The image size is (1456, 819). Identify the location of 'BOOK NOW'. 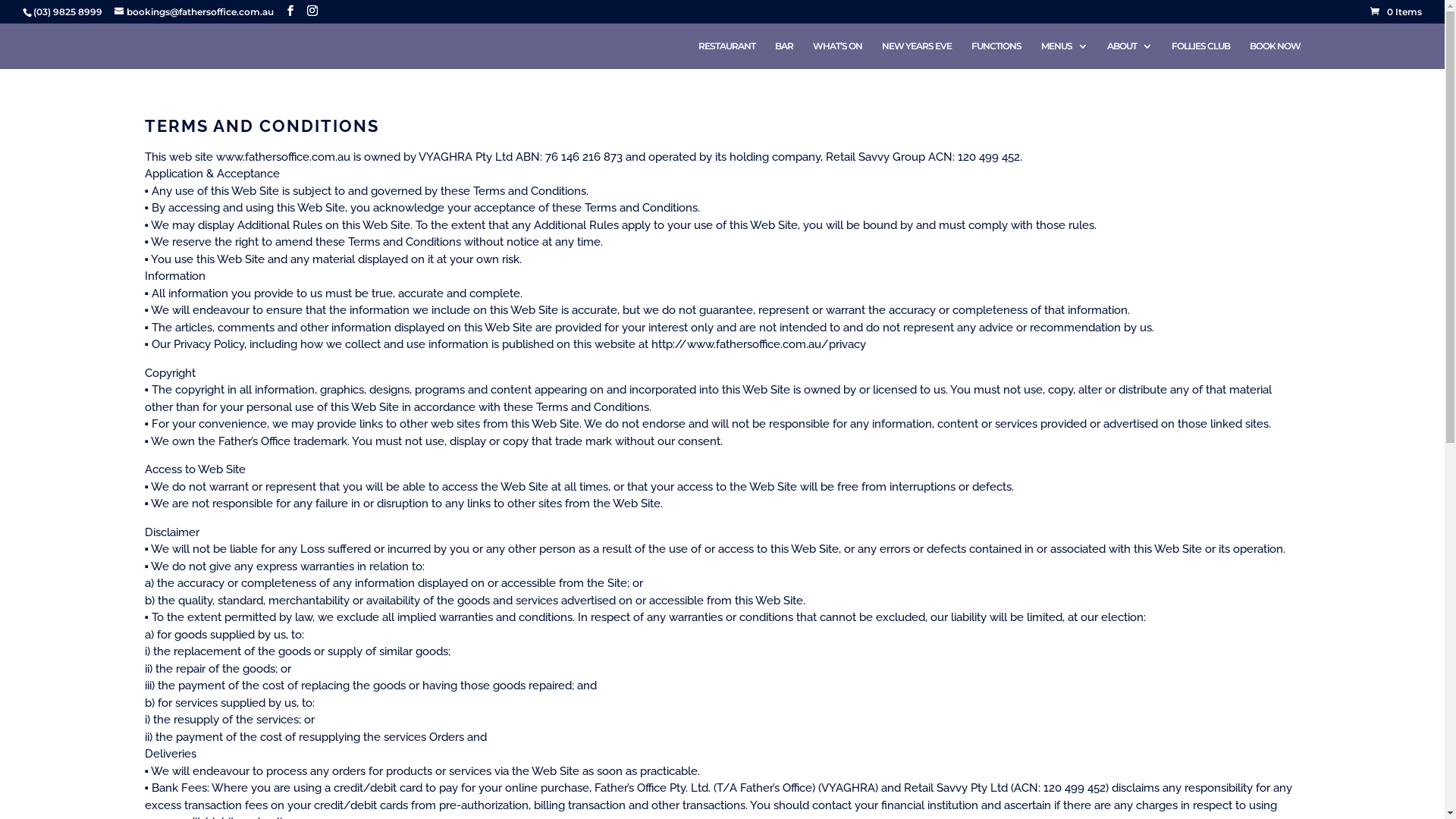
(1274, 54).